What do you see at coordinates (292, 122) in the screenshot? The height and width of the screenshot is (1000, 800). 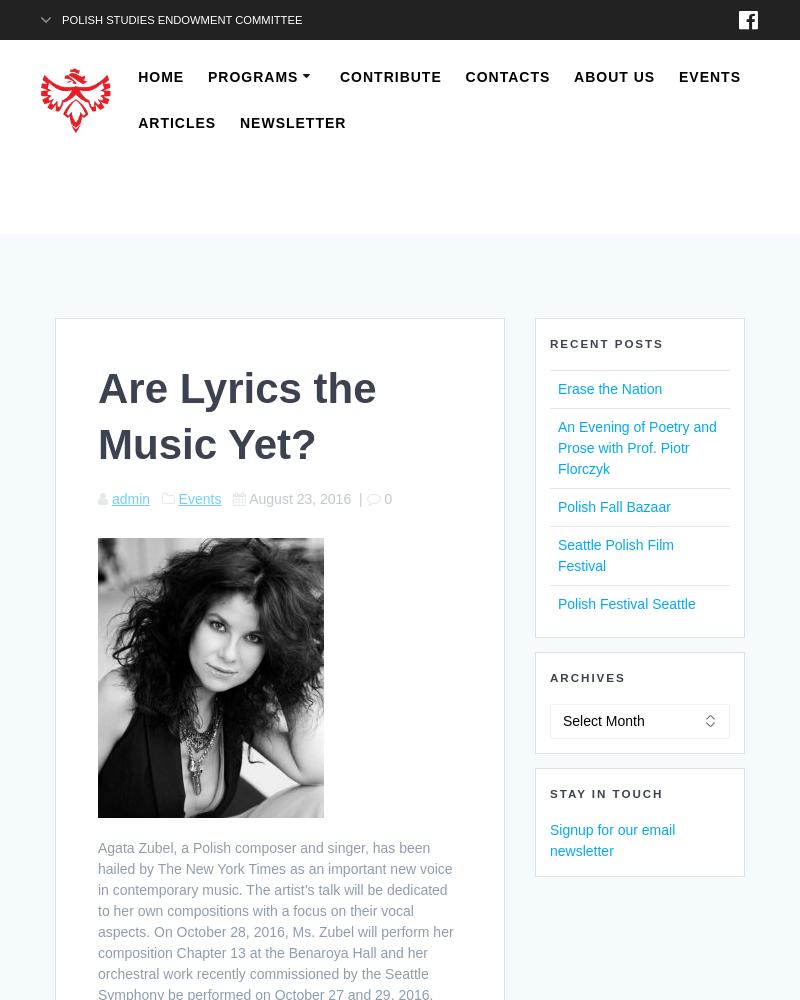 I see `'Newsletter'` at bounding box center [292, 122].